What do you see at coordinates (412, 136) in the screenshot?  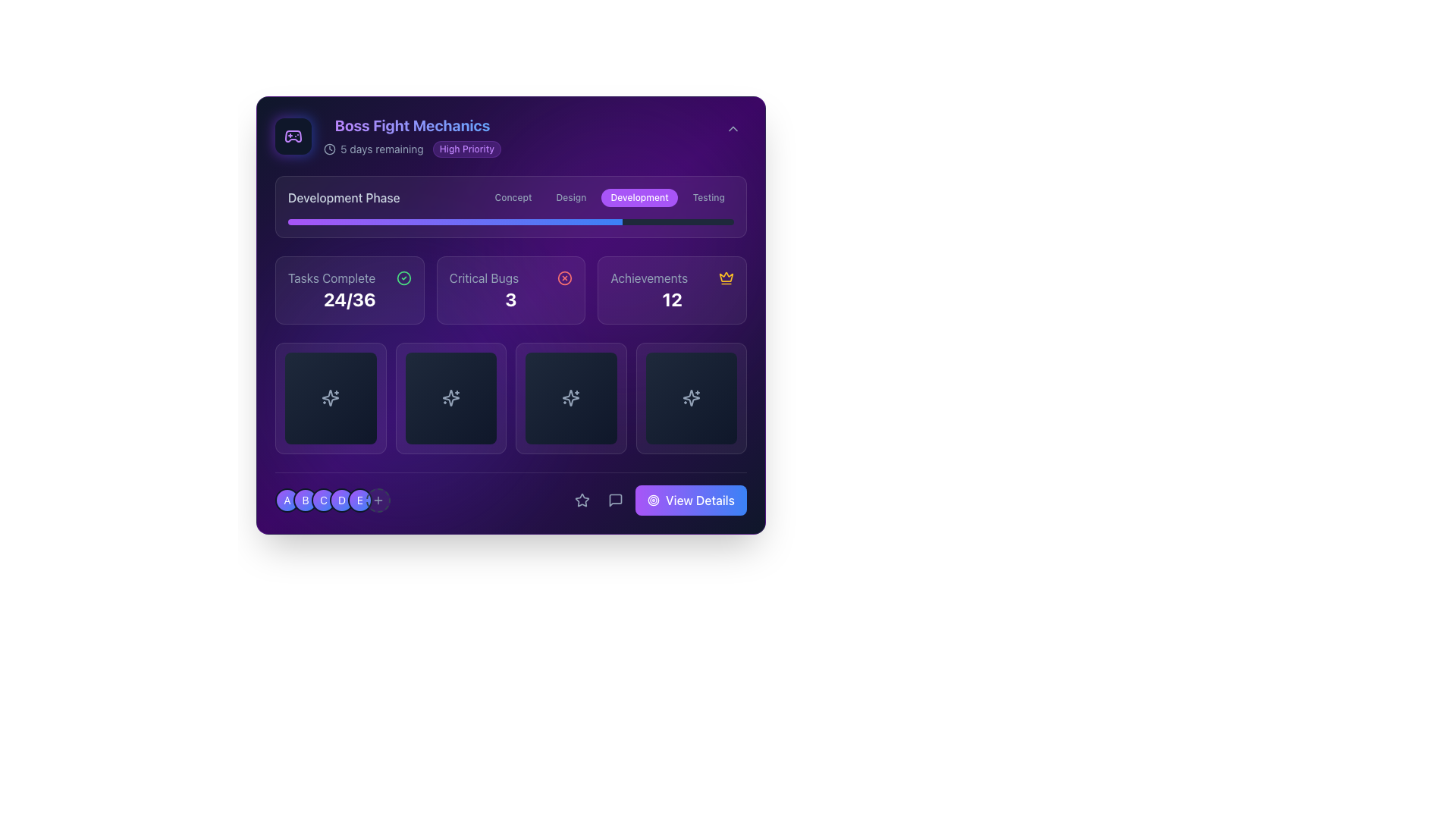 I see `the Information Display Block titled 'Boss Fight Mechanics'` at bounding box center [412, 136].